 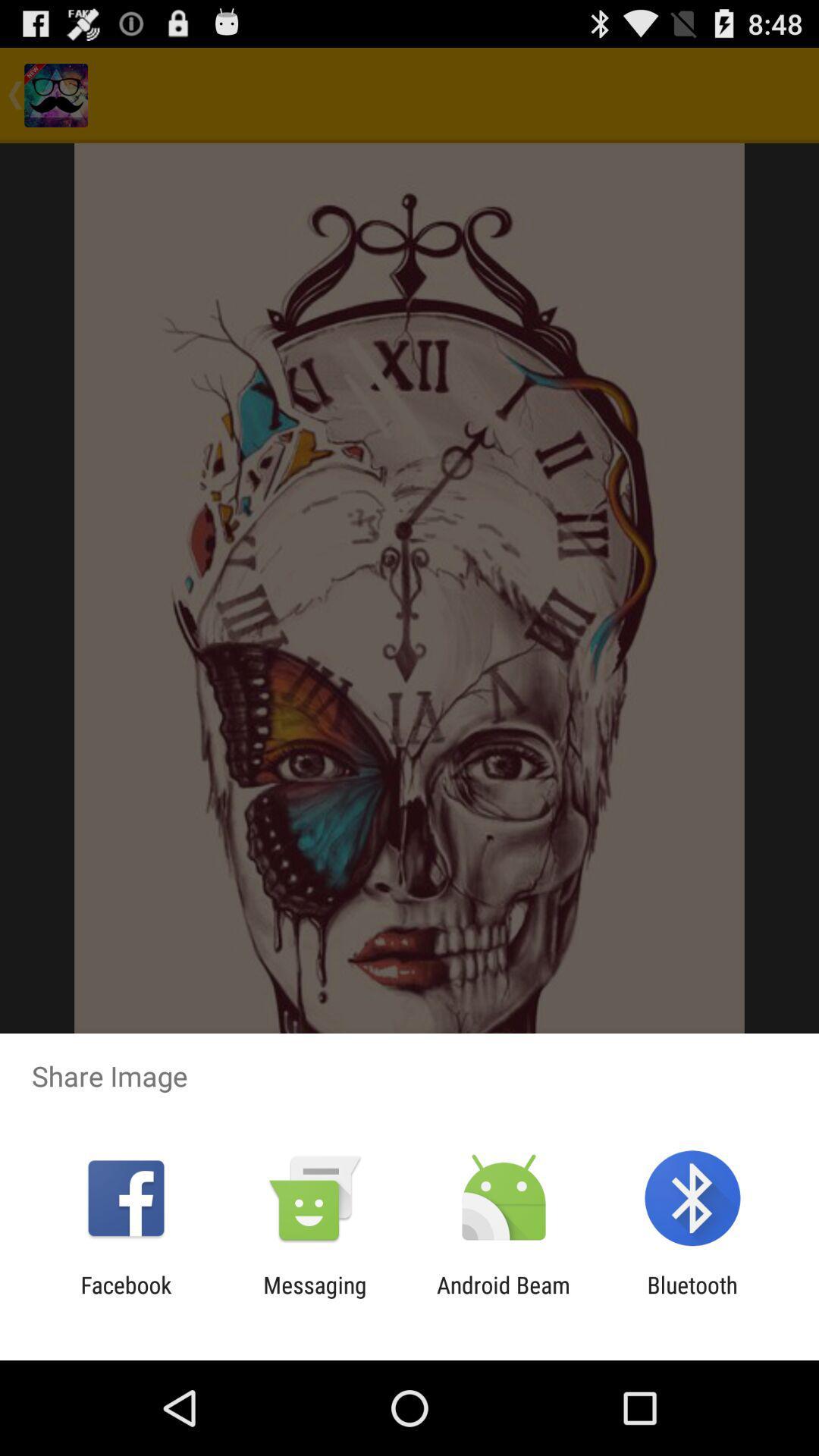 I want to click on the facebook app, so click(x=125, y=1298).